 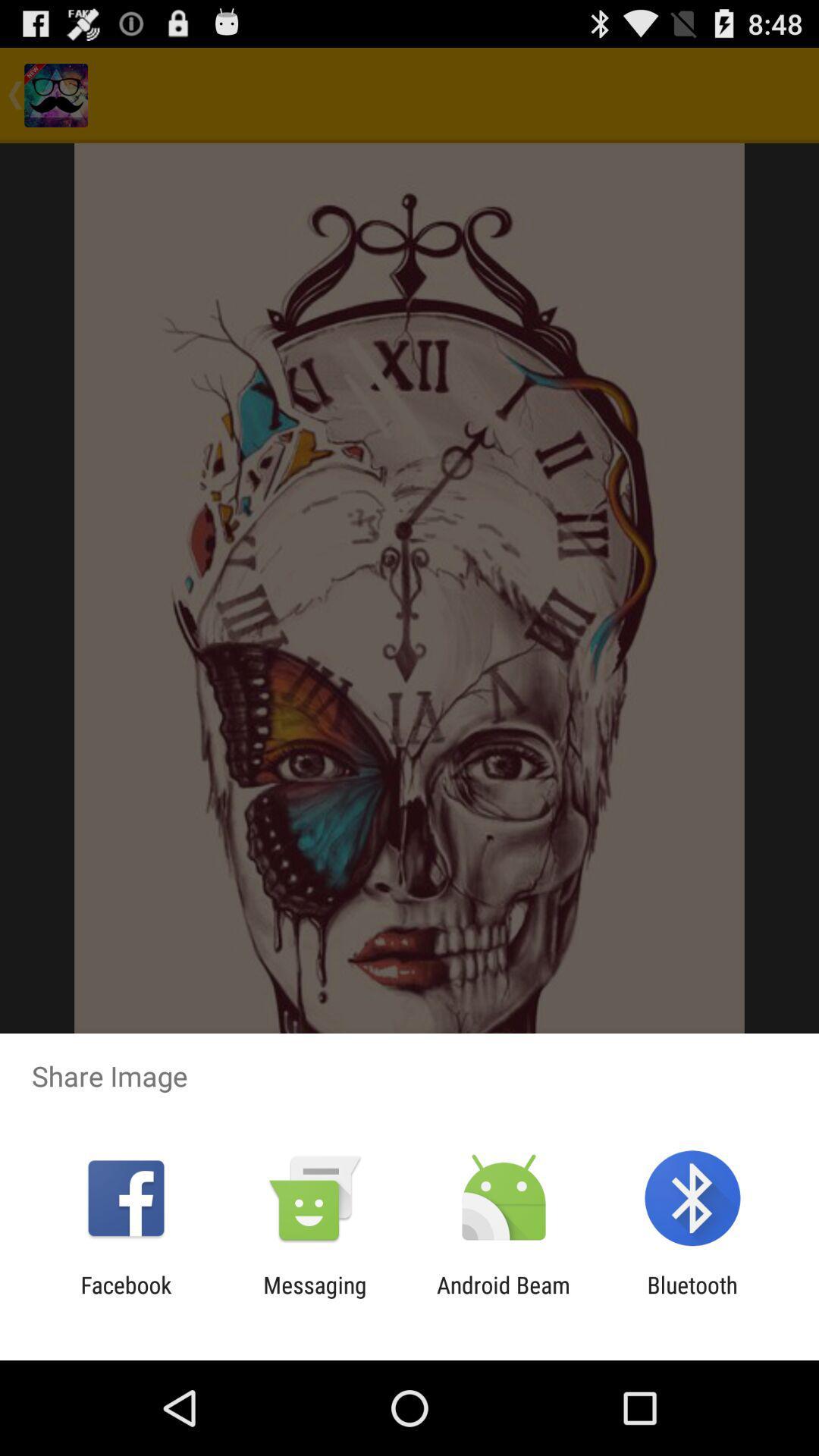 I want to click on the facebook app, so click(x=125, y=1298).